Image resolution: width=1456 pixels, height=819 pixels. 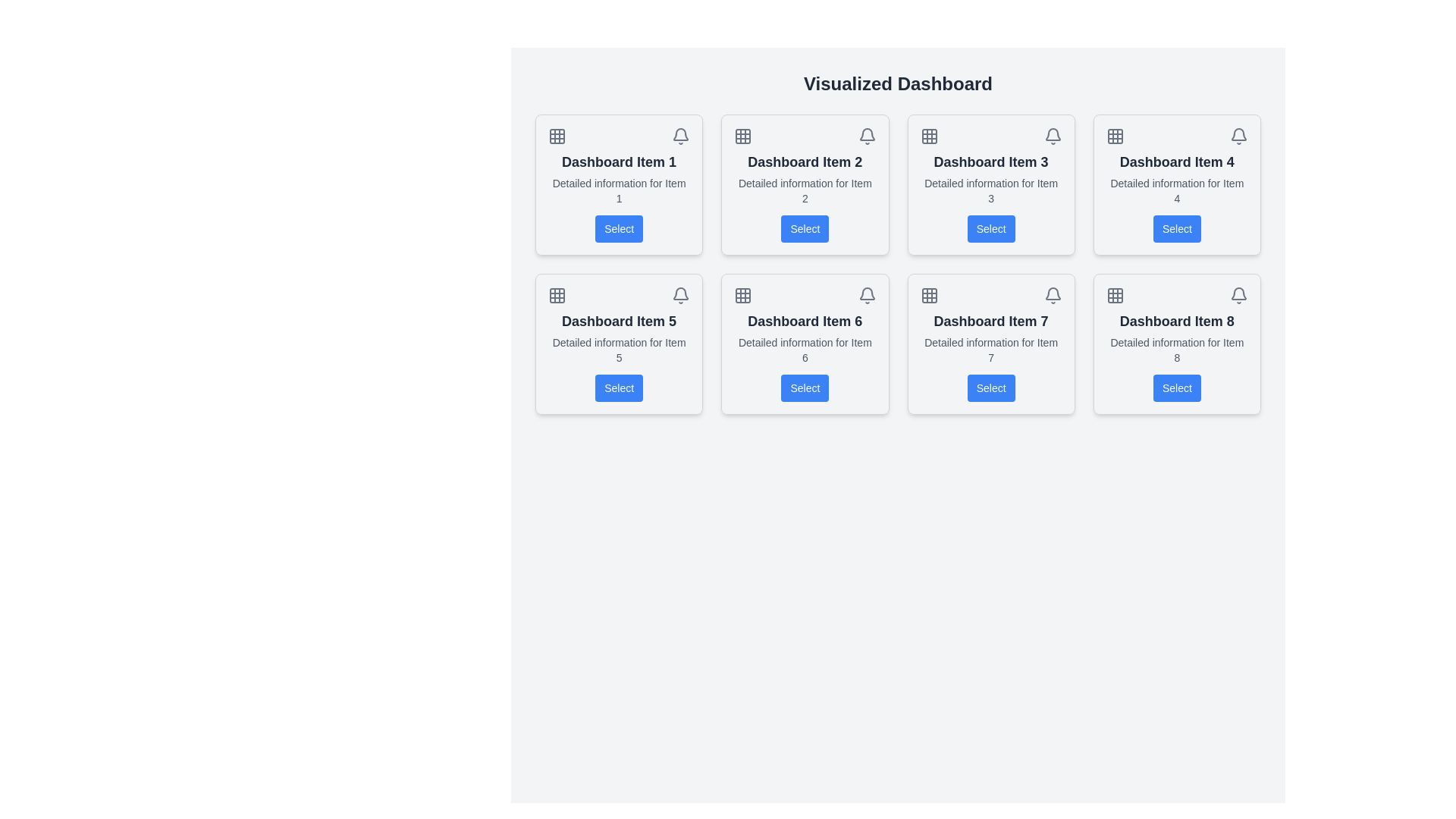 I want to click on the 'Select' button, which is a rectangular button with a blue background and white text, located at the bottom of 'Dashboard Item 6' in the grid layout, so click(x=804, y=388).